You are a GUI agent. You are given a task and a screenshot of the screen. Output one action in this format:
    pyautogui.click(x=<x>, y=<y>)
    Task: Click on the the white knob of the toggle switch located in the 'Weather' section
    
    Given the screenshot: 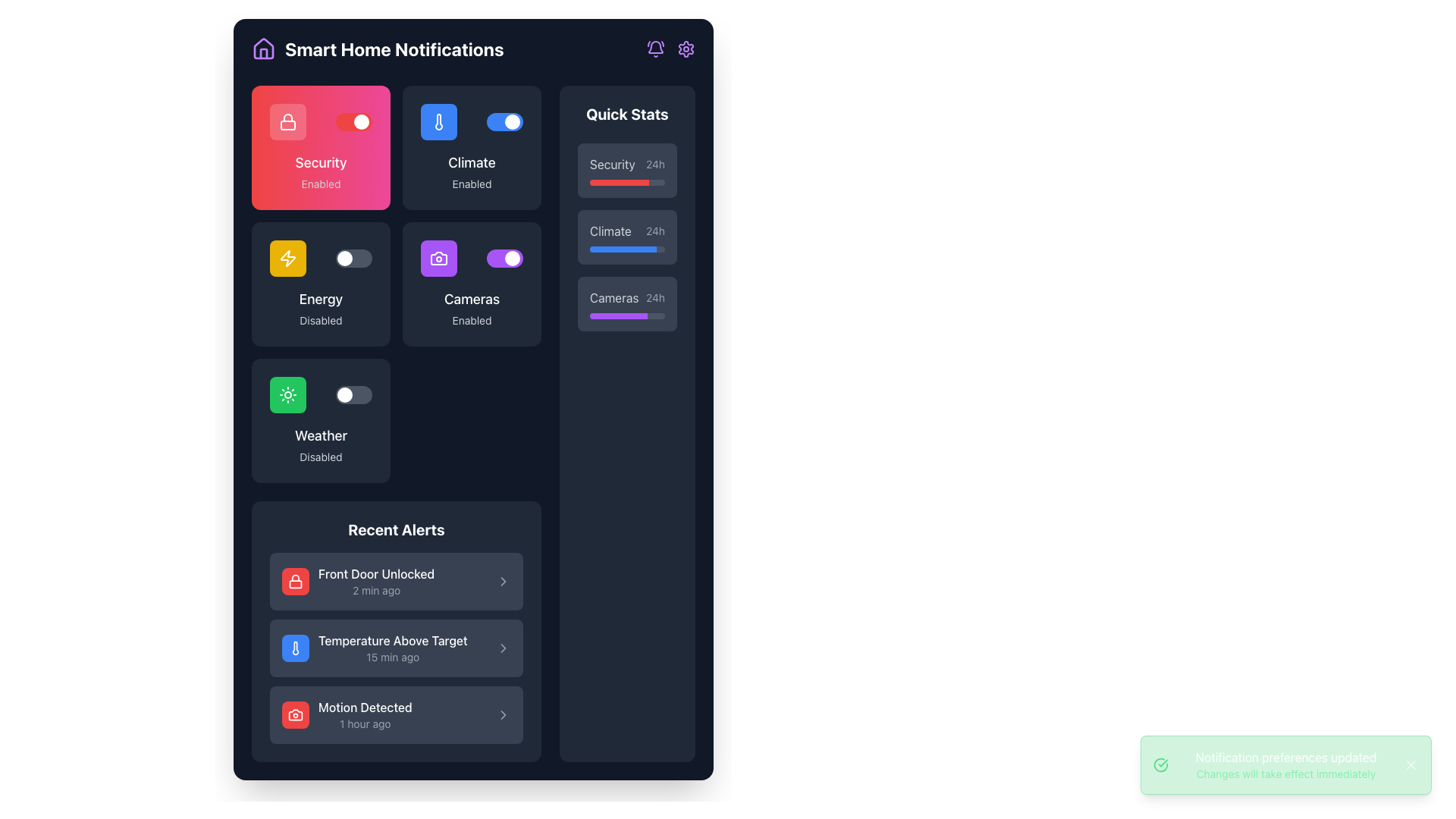 What is the action you would take?
    pyautogui.click(x=353, y=394)
    